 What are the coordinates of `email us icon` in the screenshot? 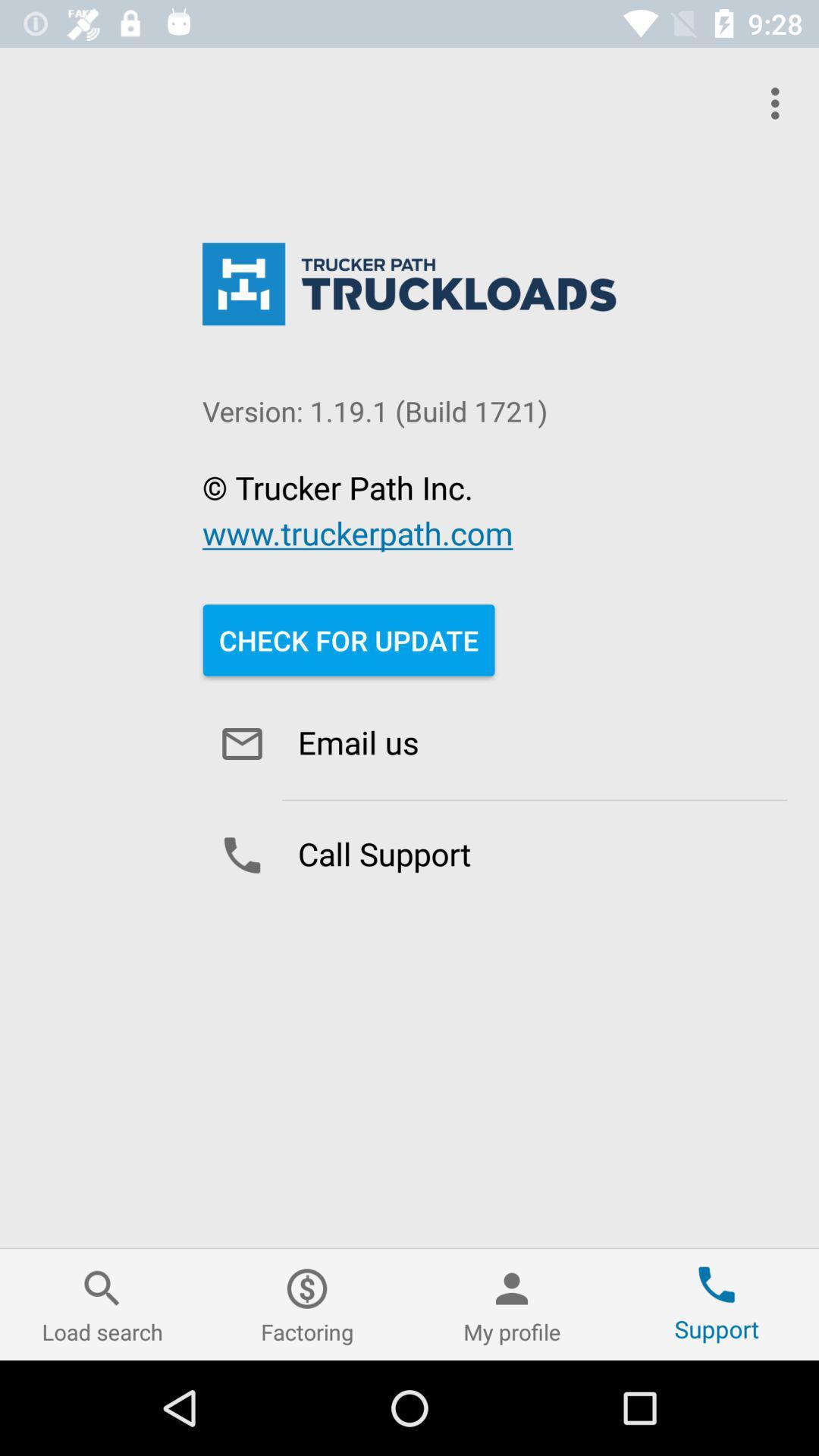 It's located at (494, 743).